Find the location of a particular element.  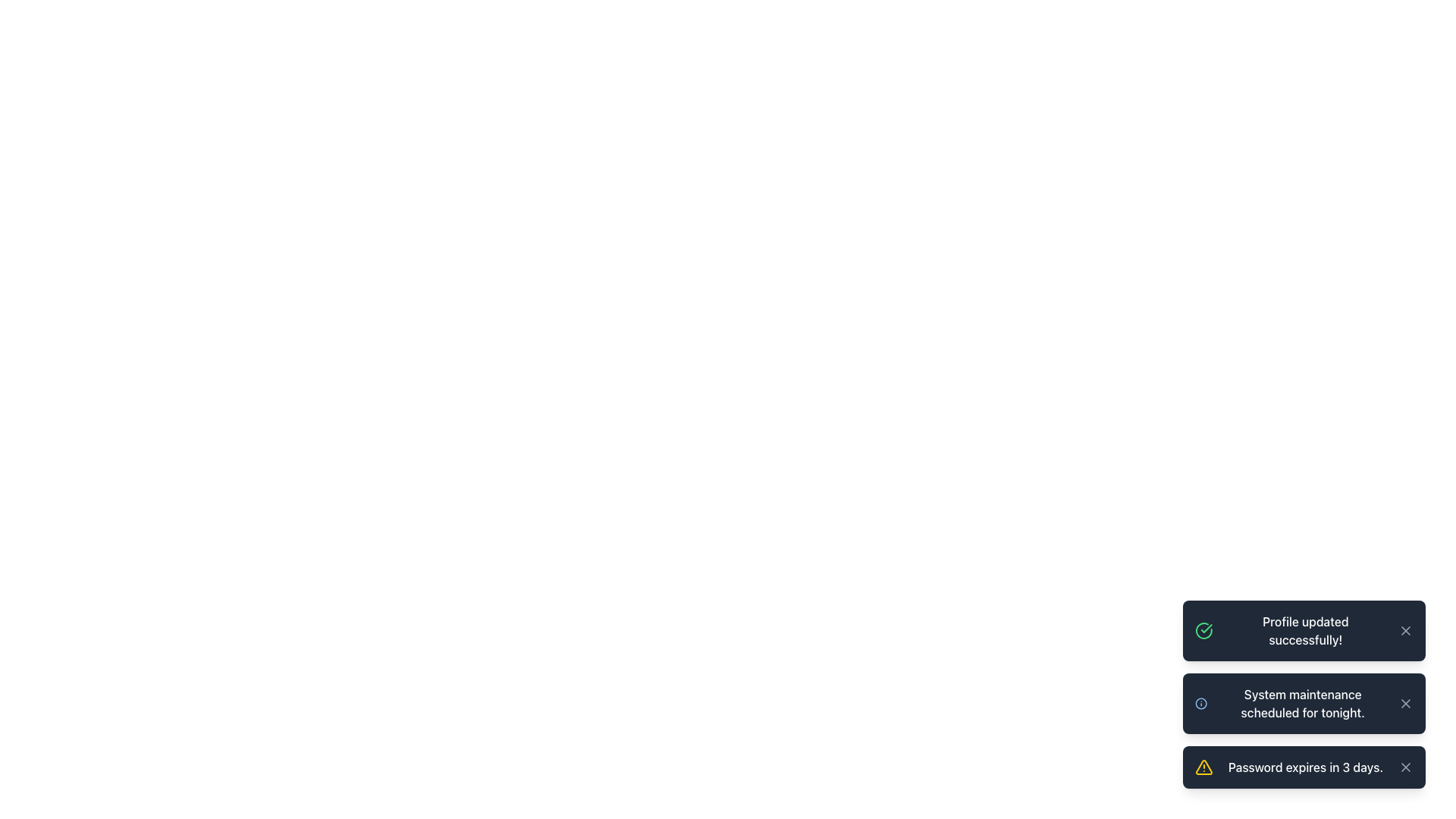

the close button icon, which is a diagonal line forming a cross, located at the far right of the bottom notification card containing the text 'Password expires in 3 days.' is located at coordinates (1404, 767).